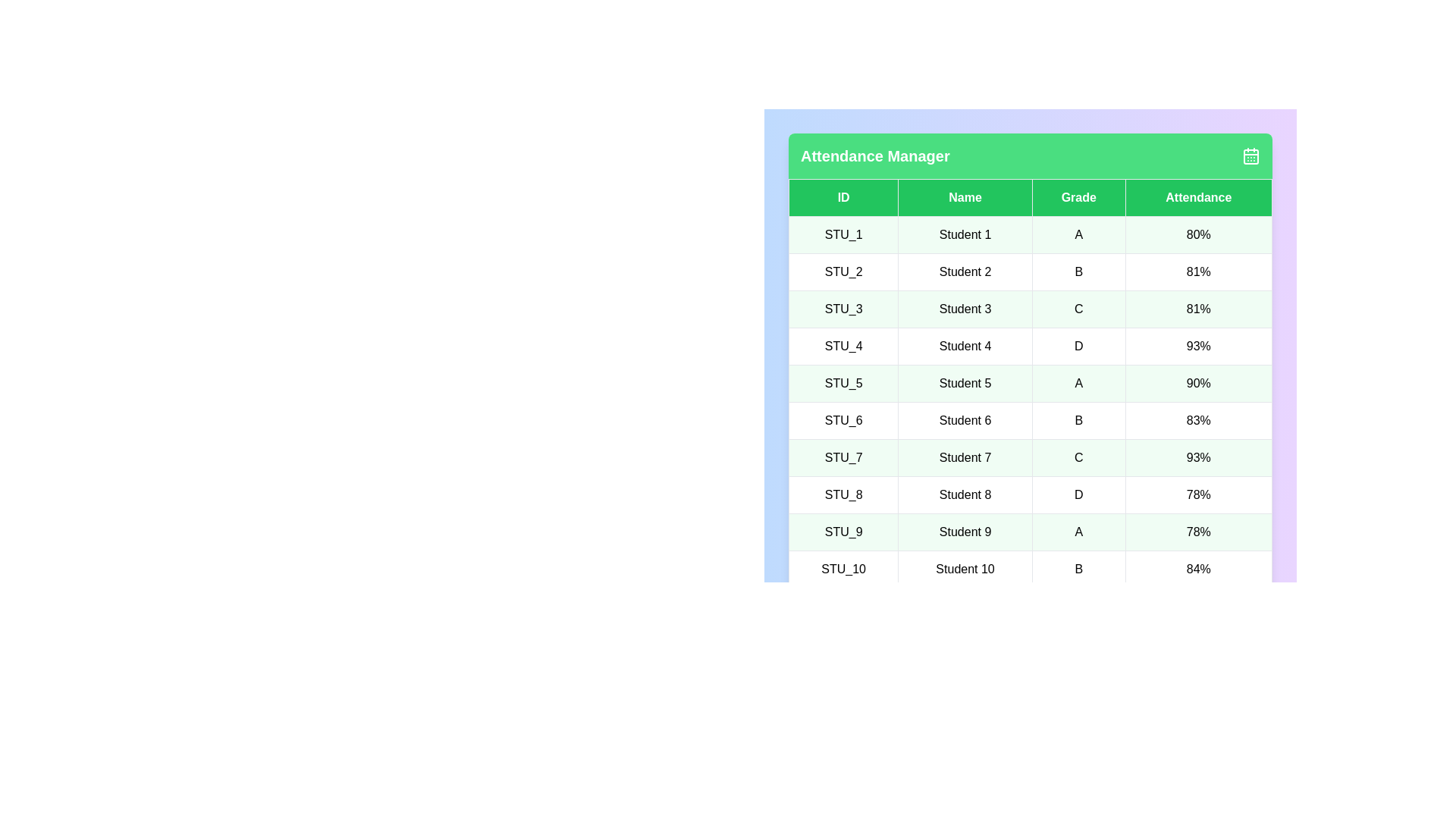 Image resolution: width=1456 pixels, height=819 pixels. What do you see at coordinates (1251, 155) in the screenshot?
I see `the calendar icon in the header` at bounding box center [1251, 155].